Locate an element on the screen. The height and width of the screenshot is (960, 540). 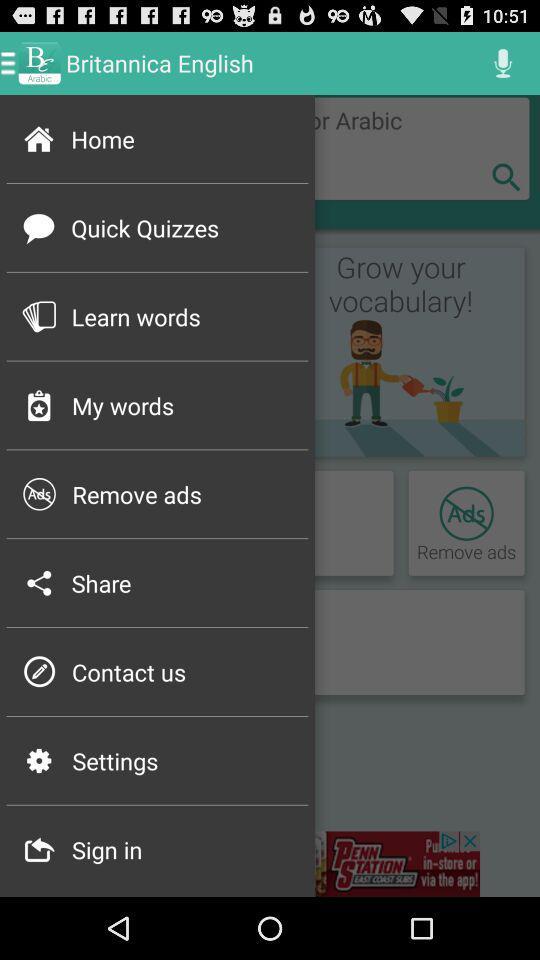
icon to the right of a is located at coordinates (270, 863).